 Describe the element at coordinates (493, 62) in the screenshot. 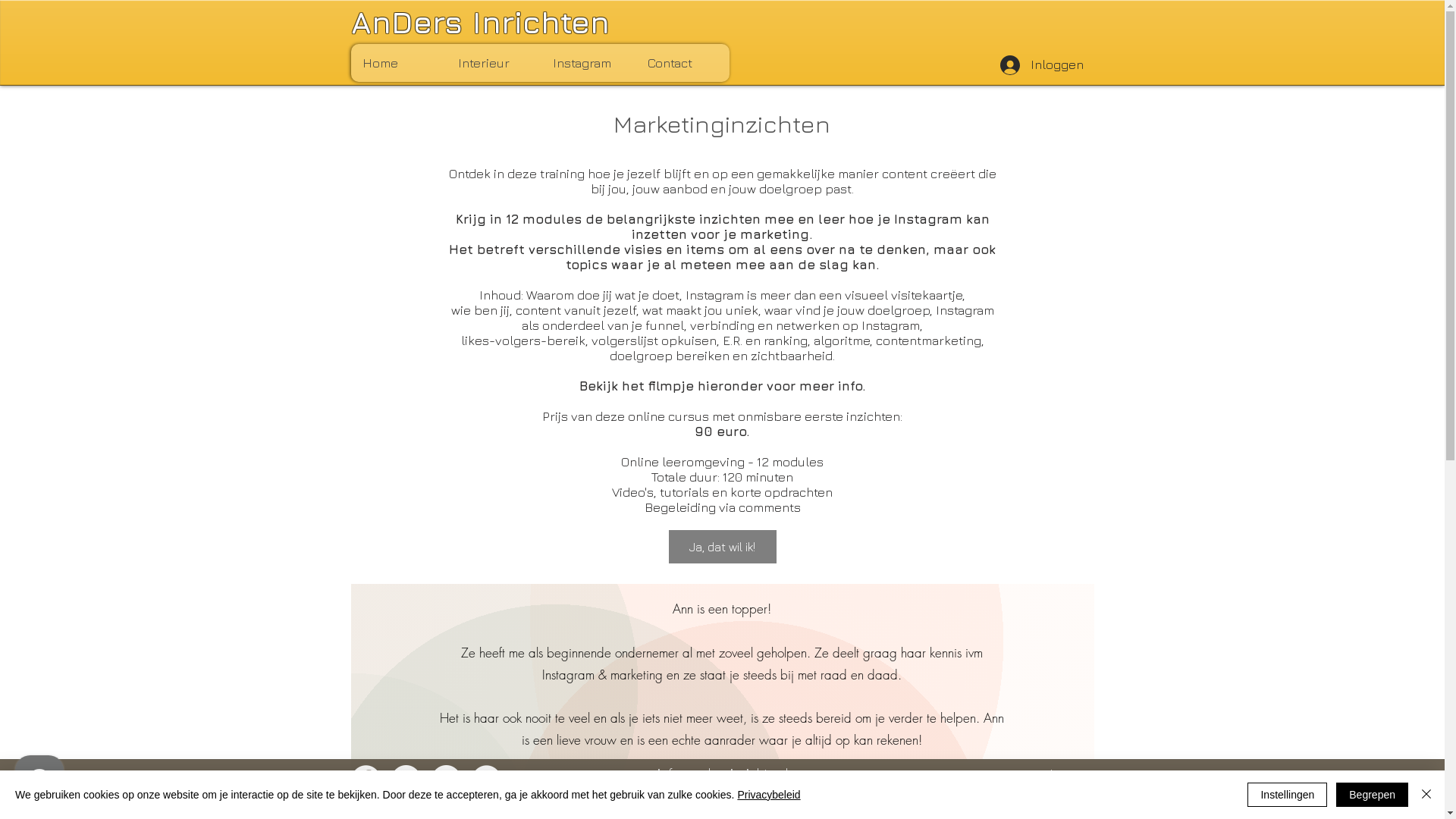

I see `'Interieur'` at that location.